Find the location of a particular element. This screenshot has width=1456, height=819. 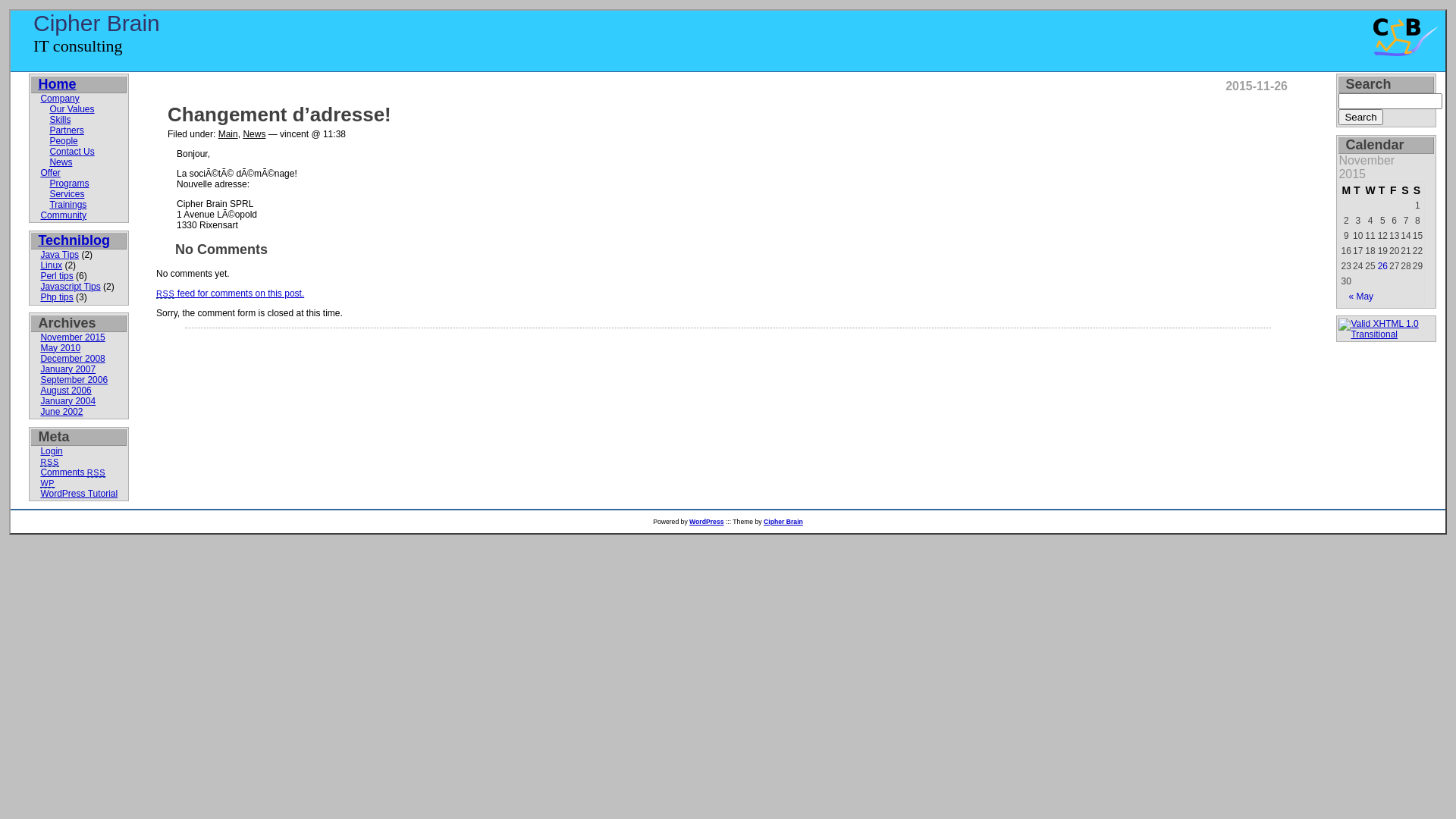

'Comments RSS' is located at coordinates (72, 472).